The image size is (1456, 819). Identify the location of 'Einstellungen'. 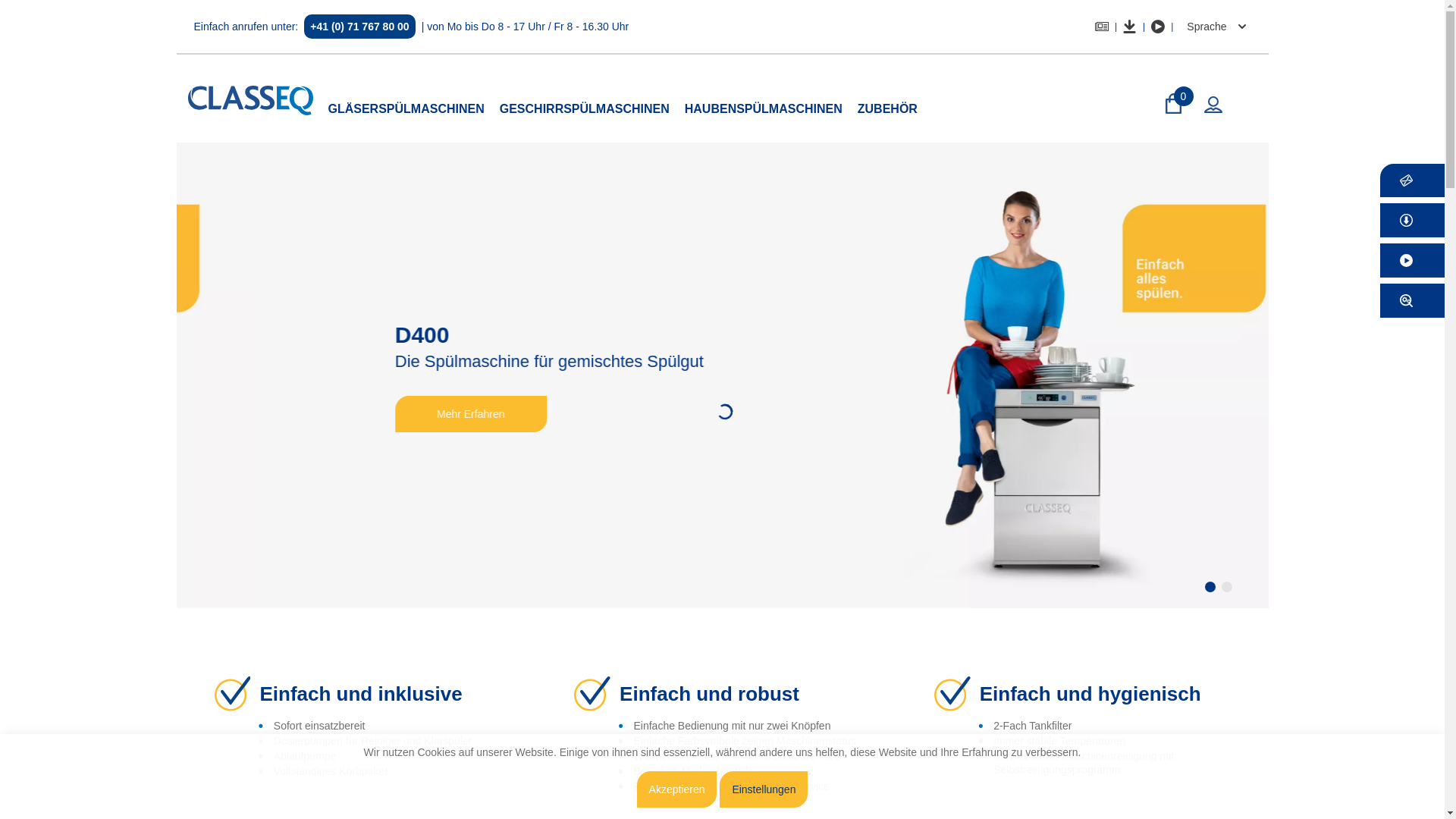
(719, 789).